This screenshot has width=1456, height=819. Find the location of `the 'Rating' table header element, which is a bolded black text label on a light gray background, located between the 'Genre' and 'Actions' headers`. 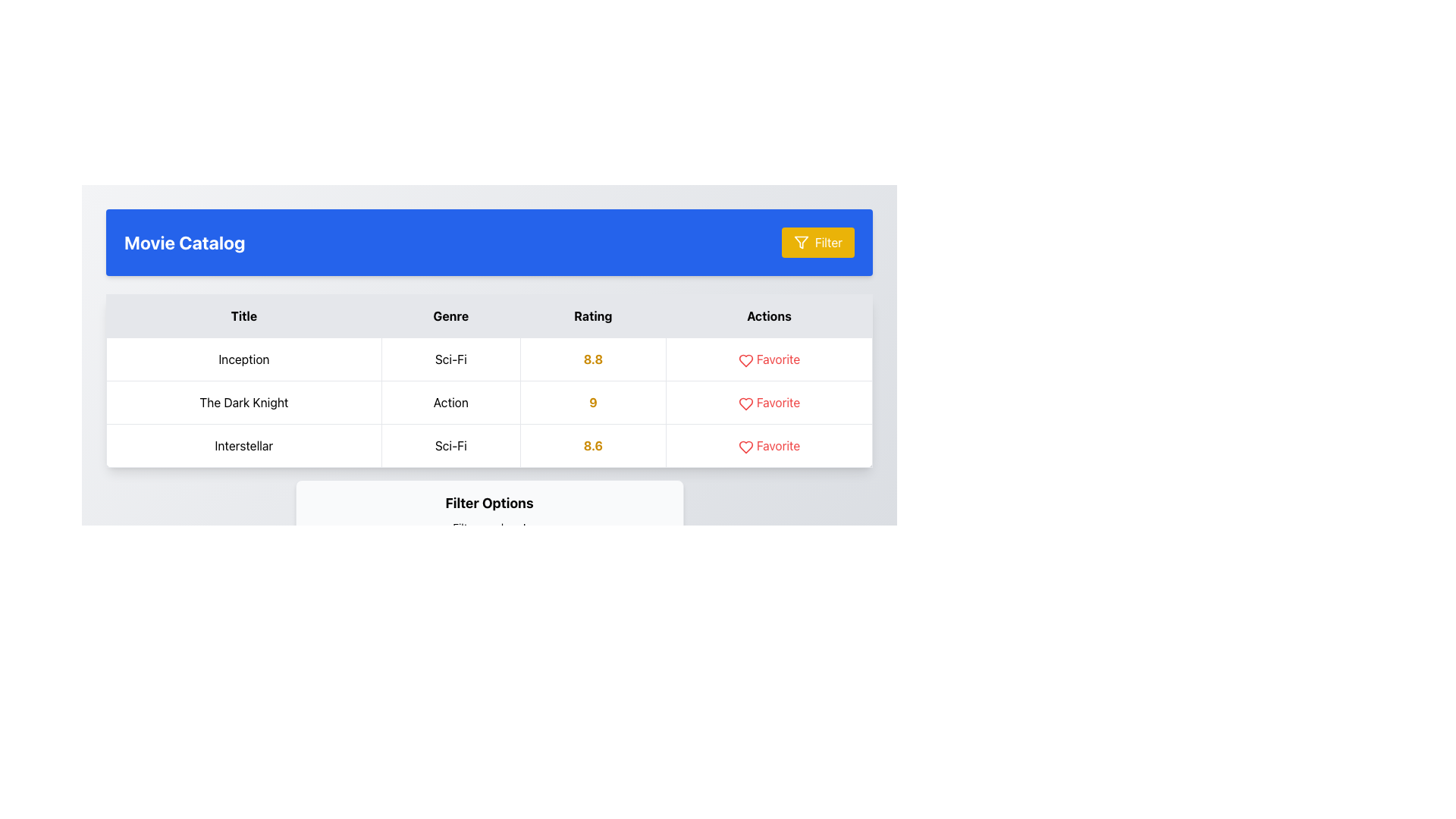

the 'Rating' table header element, which is a bolded black text label on a light gray background, located between the 'Genre' and 'Actions' headers is located at coordinates (592, 315).